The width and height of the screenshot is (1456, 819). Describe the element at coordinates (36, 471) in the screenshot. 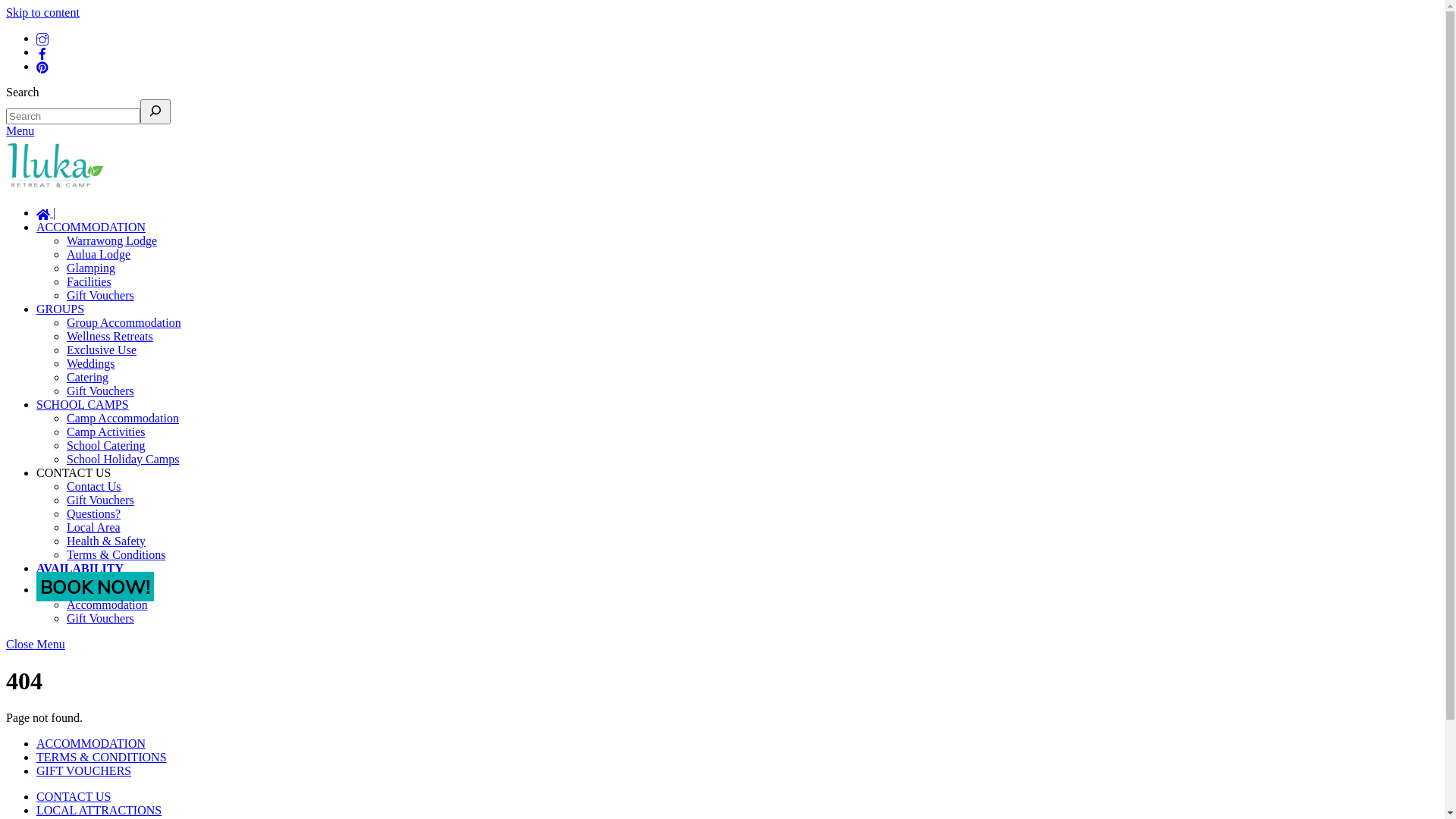

I see `'CONTACT US'` at that location.